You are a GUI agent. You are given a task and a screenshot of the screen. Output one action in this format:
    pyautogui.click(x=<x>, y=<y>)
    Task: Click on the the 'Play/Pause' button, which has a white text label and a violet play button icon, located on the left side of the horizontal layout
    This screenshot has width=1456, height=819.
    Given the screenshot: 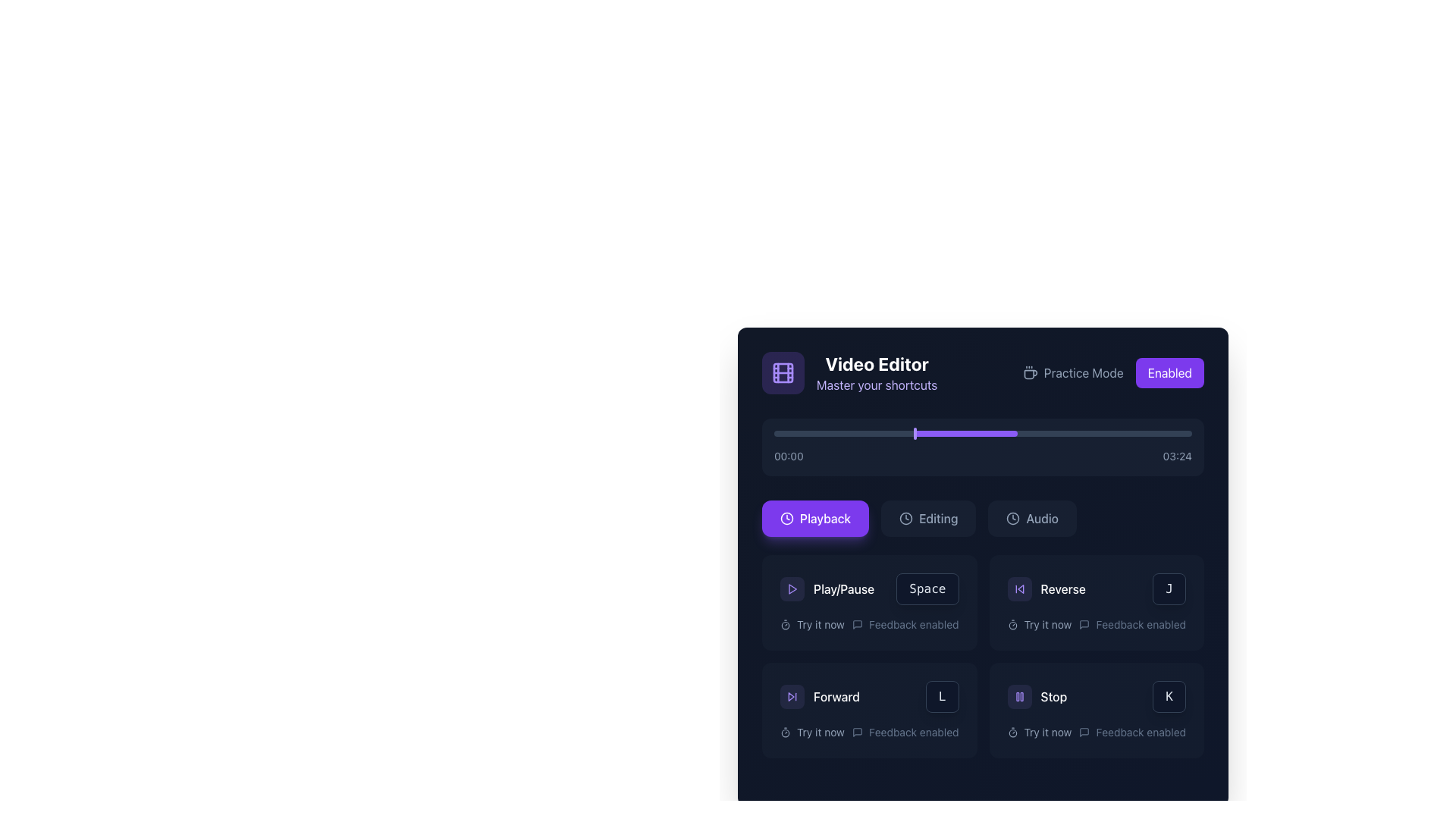 What is the action you would take?
    pyautogui.click(x=827, y=588)
    